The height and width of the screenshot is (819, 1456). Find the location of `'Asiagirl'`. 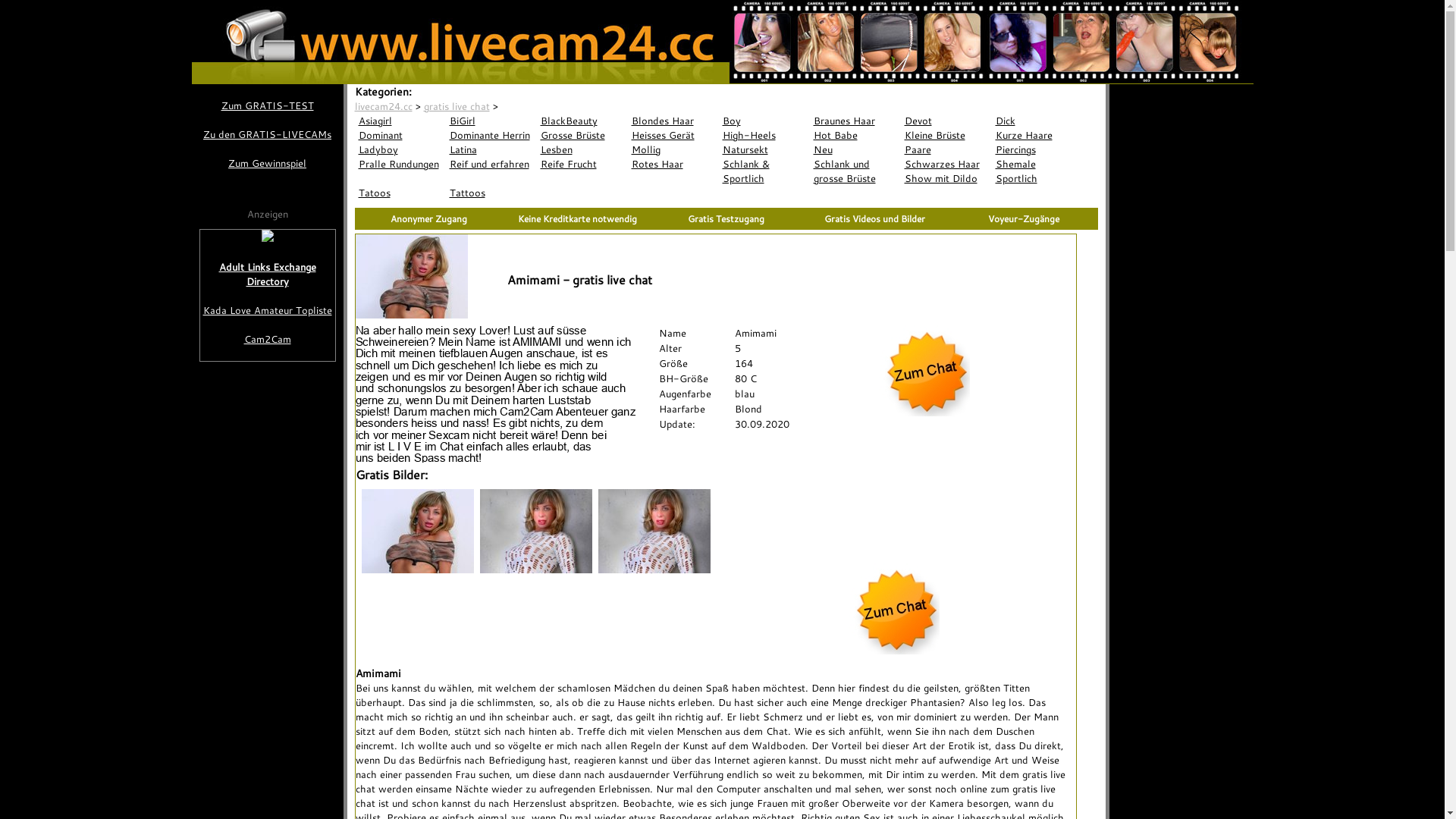

'Asiagirl' is located at coordinates (400, 120).